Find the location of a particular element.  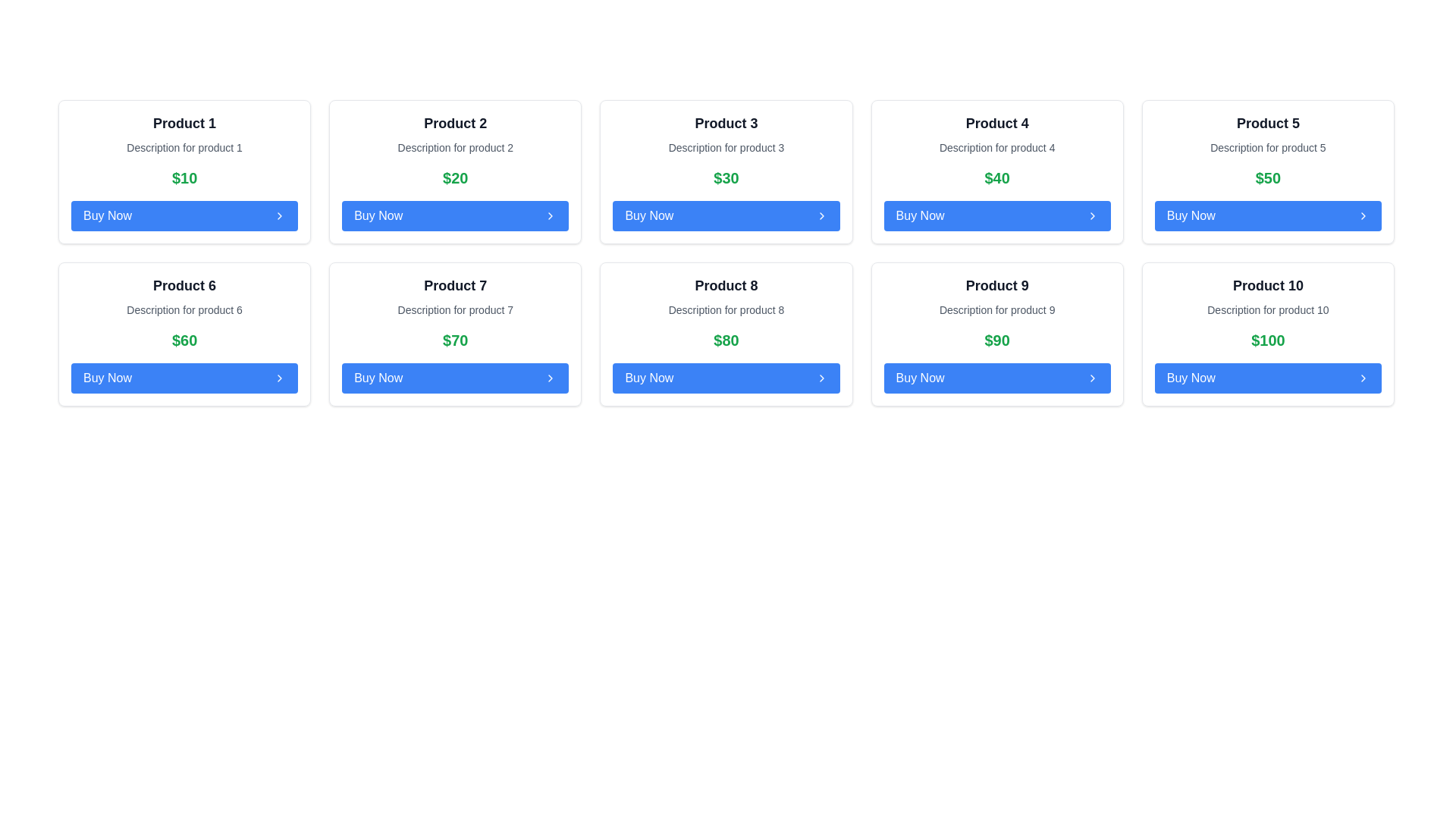

the Product card element located in the second row, first column of the grid layout, which contains product information and a purchase button is located at coordinates (184, 333).